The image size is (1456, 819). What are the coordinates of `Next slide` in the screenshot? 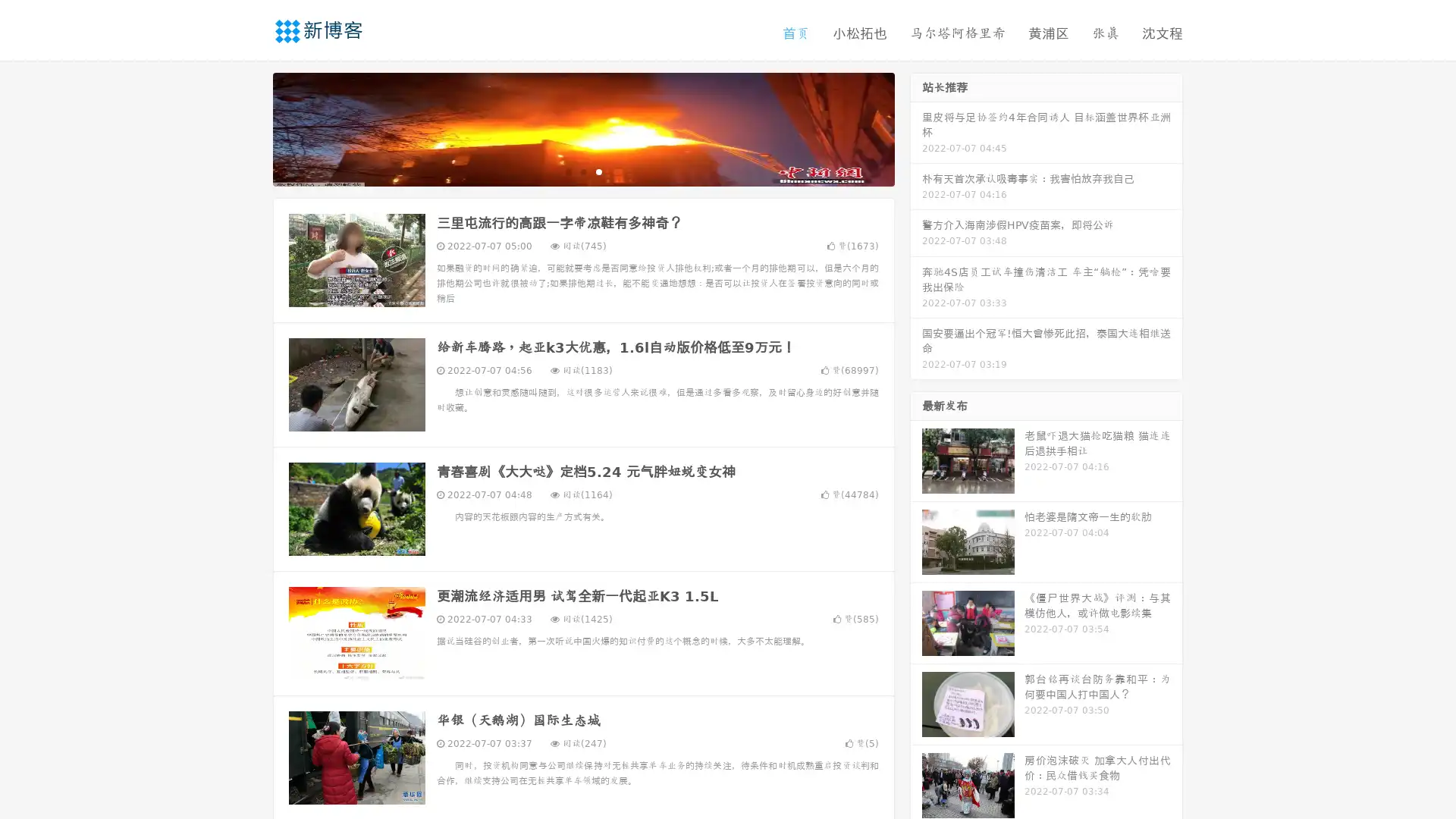 It's located at (916, 127).